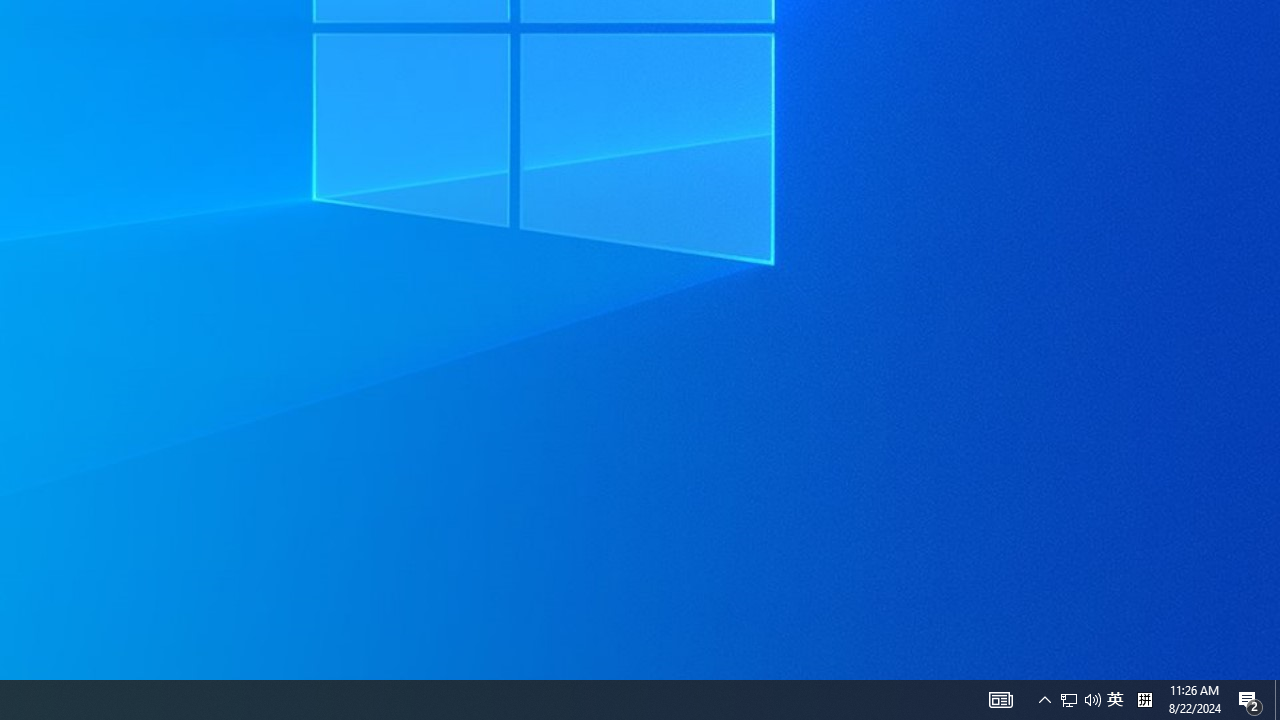 This screenshot has width=1280, height=720. I want to click on 'Show desktop', so click(1276, 698).